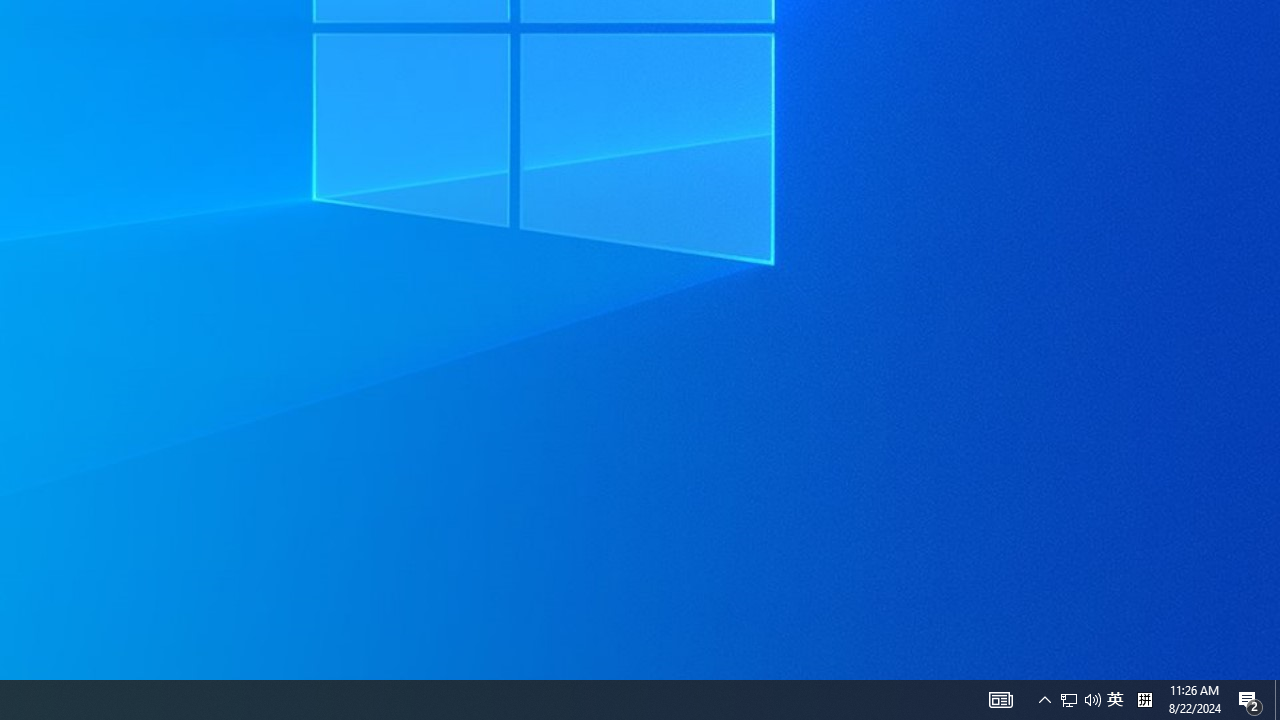 This screenshot has width=1280, height=720. I want to click on 'Show desktop', so click(1276, 698).